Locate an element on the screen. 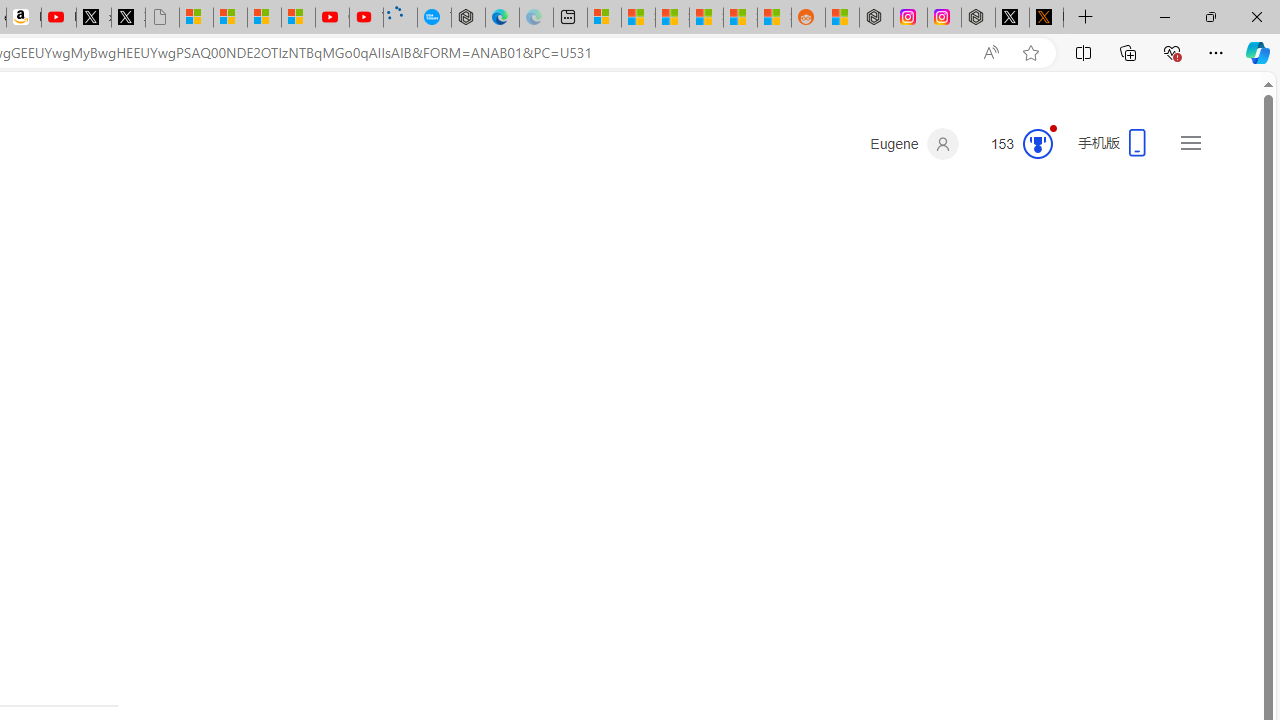 The image size is (1280, 720). 'Browser essentials' is located at coordinates (1171, 51).